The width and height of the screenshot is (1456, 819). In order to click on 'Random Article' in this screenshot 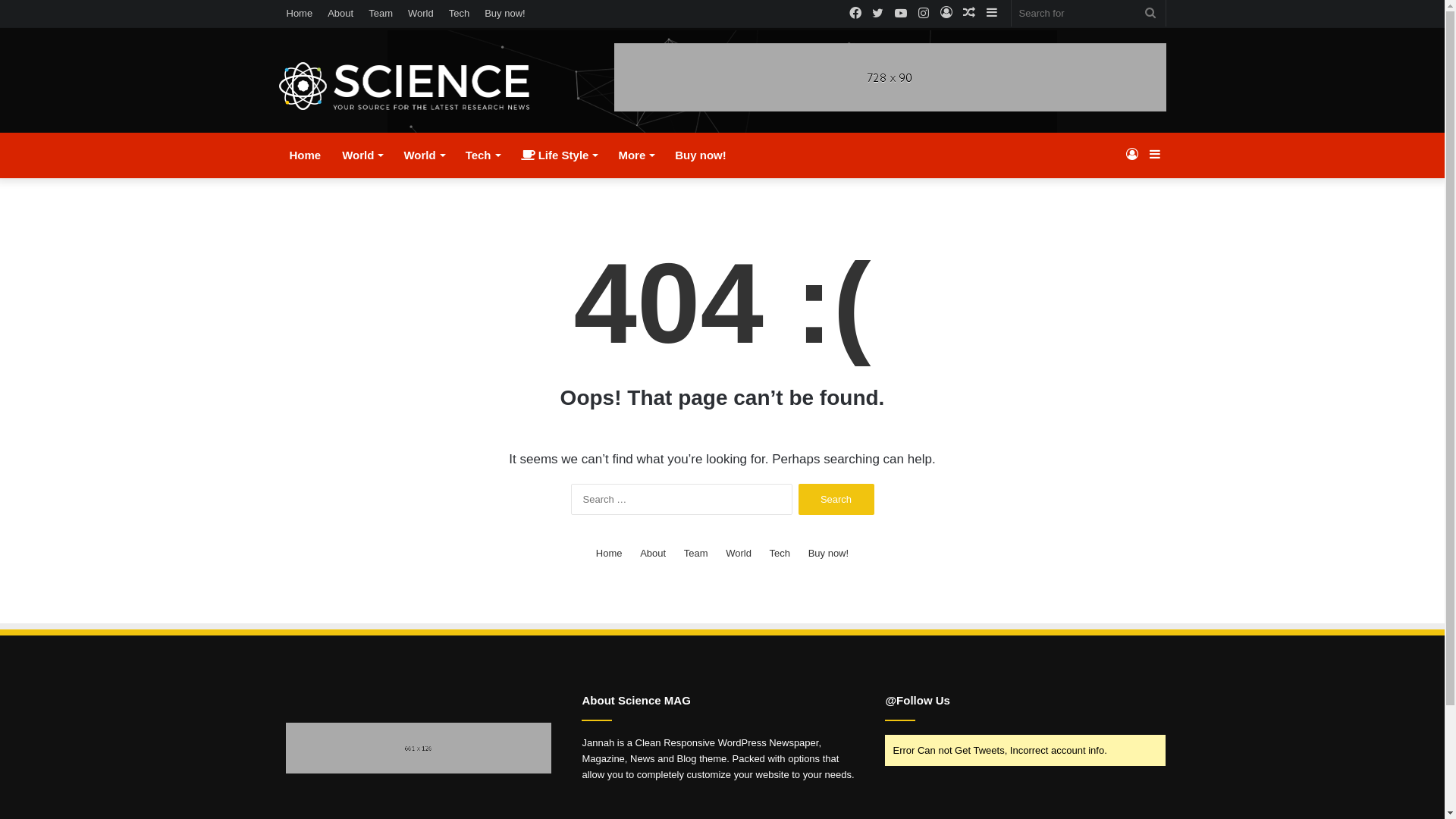, I will do `click(968, 13)`.